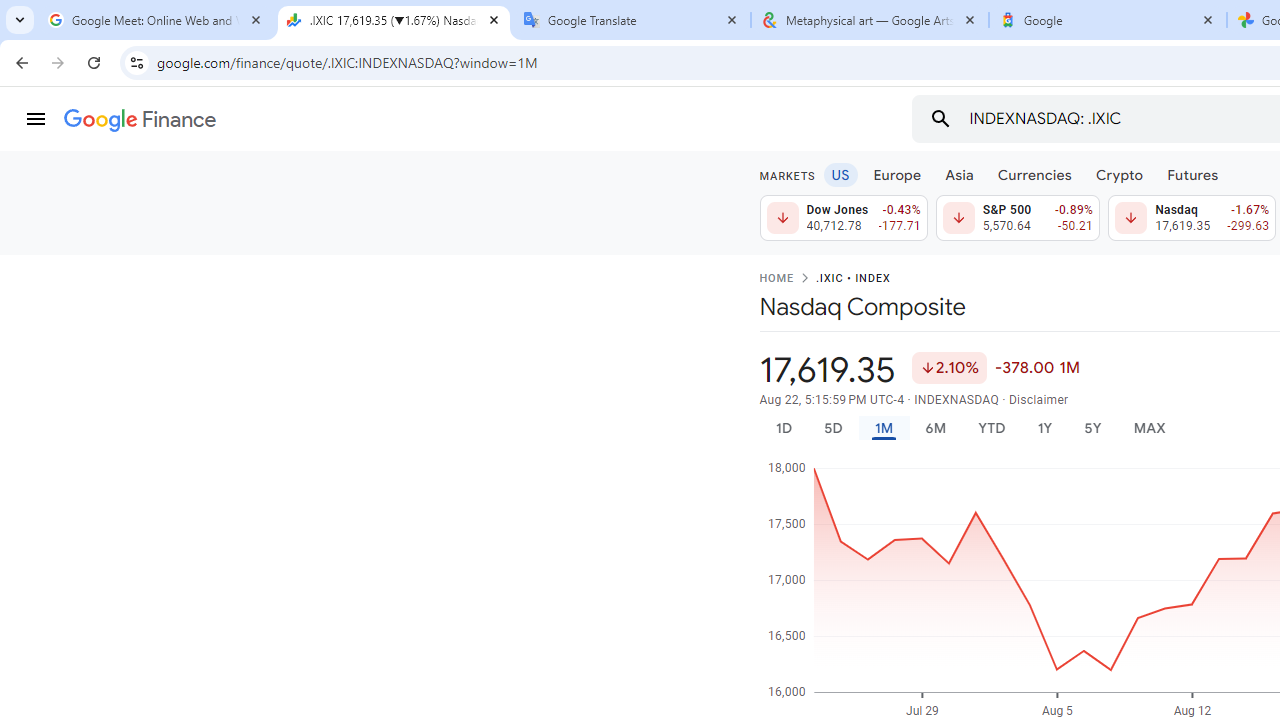 Image resolution: width=1280 pixels, height=720 pixels. I want to click on 'Google', so click(1107, 20).